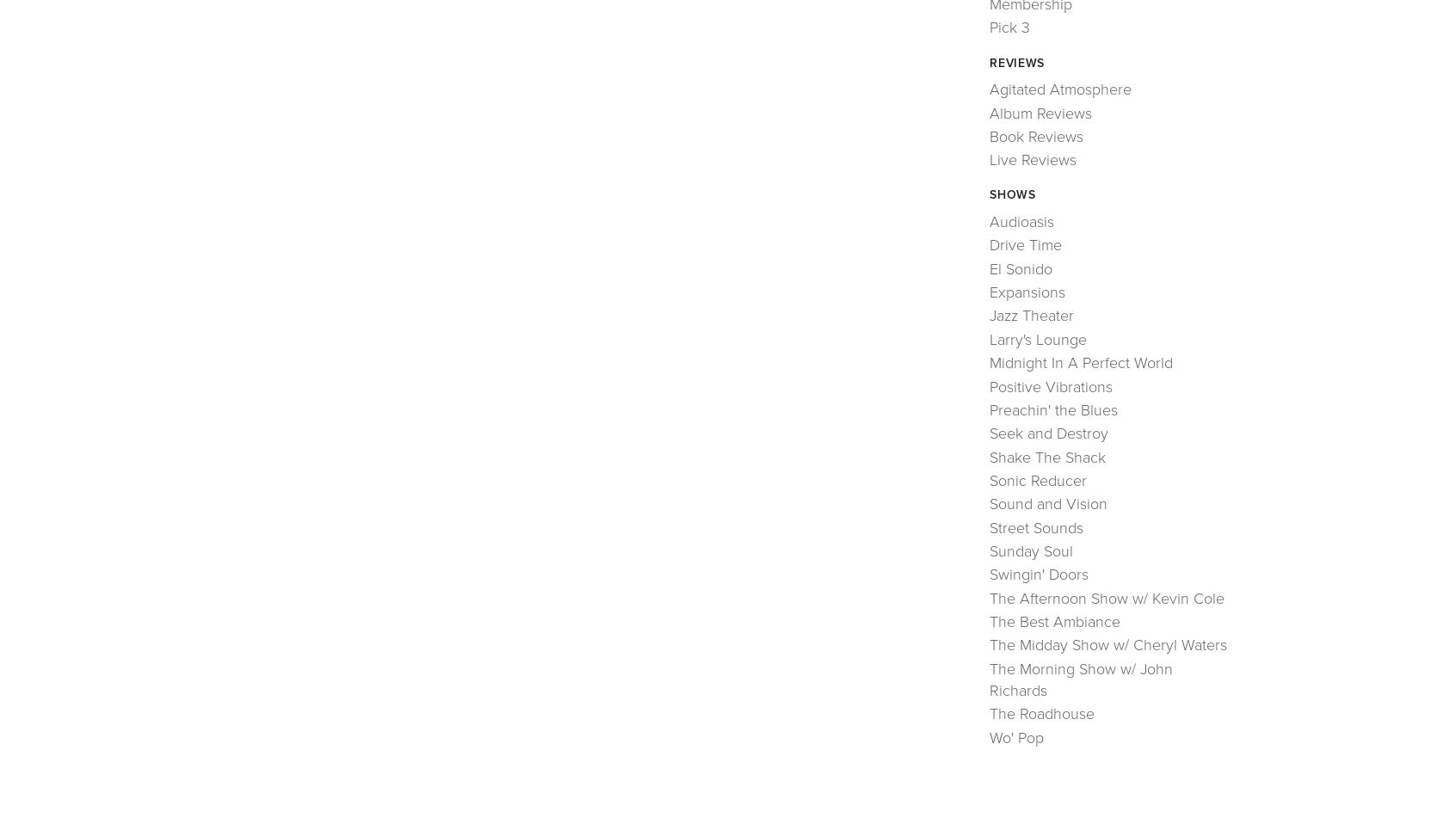  What do you see at coordinates (989, 737) in the screenshot?
I see `'Wo' Pop'` at bounding box center [989, 737].